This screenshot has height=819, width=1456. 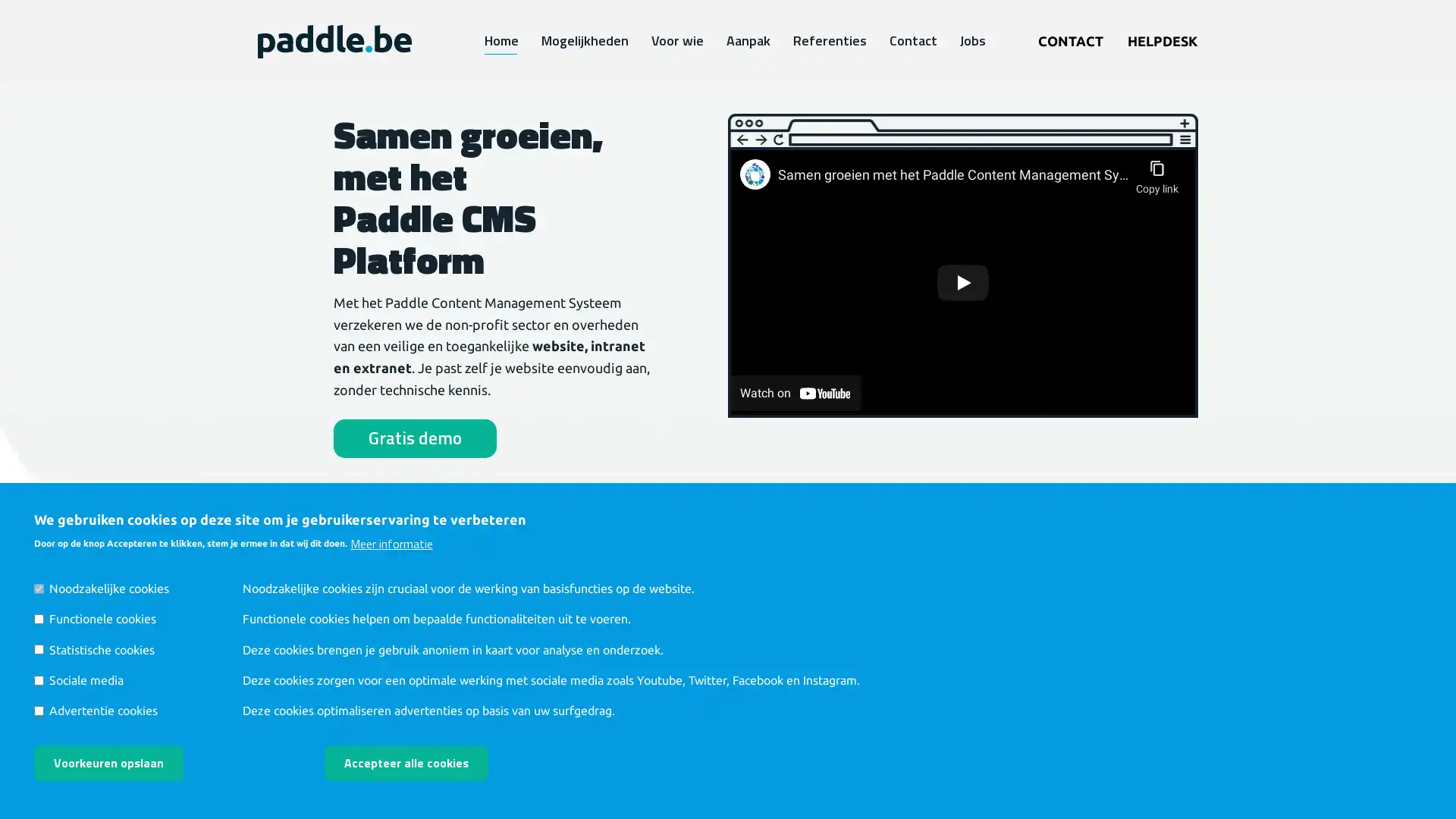 I want to click on Accepteer alle cookies, so click(x=406, y=763).